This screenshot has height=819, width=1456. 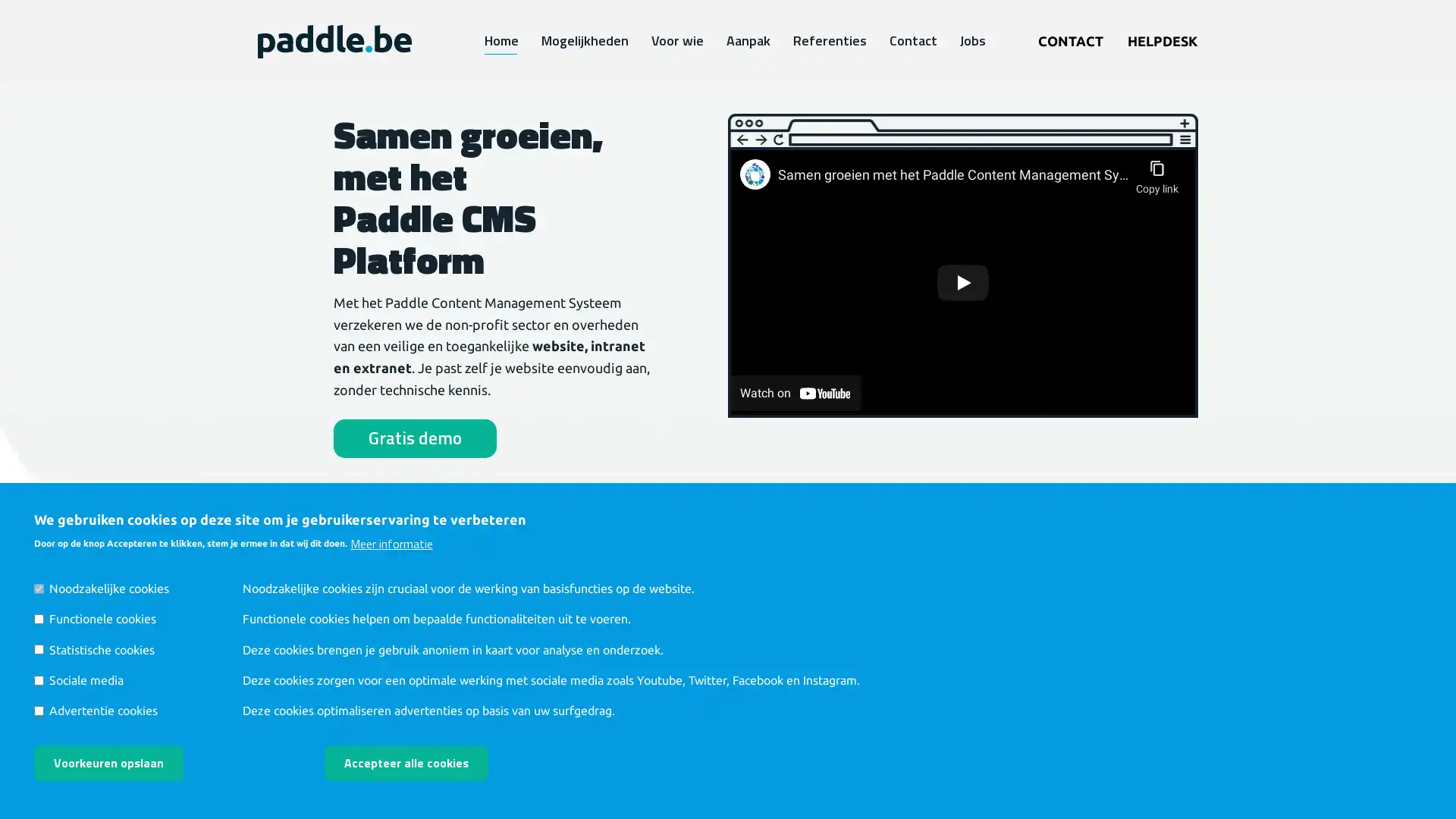 I want to click on Accepteer alle cookies, so click(x=406, y=763).